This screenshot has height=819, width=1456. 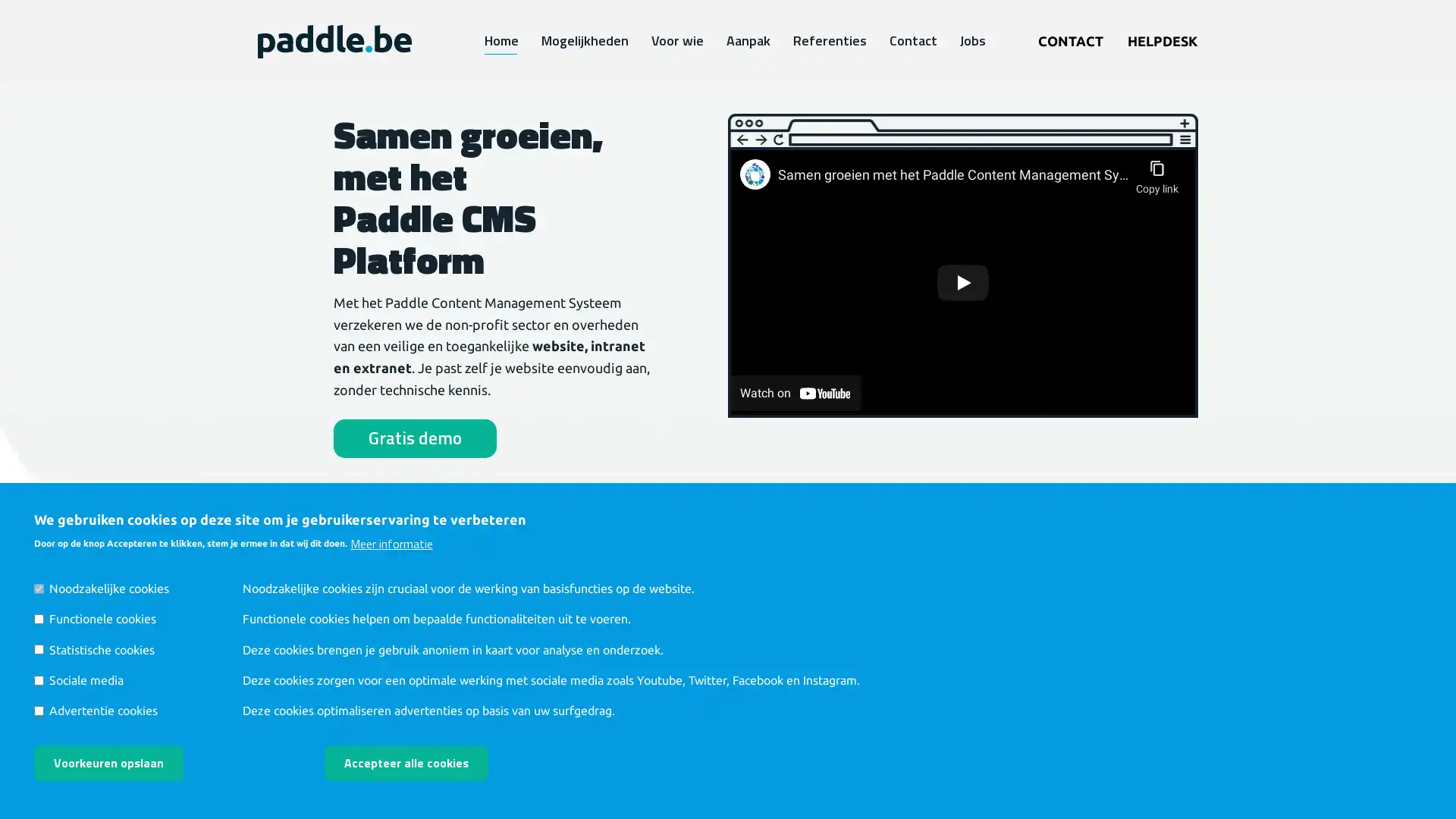 I want to click on Accepteer alle cookies, so click(x=406, y=763).